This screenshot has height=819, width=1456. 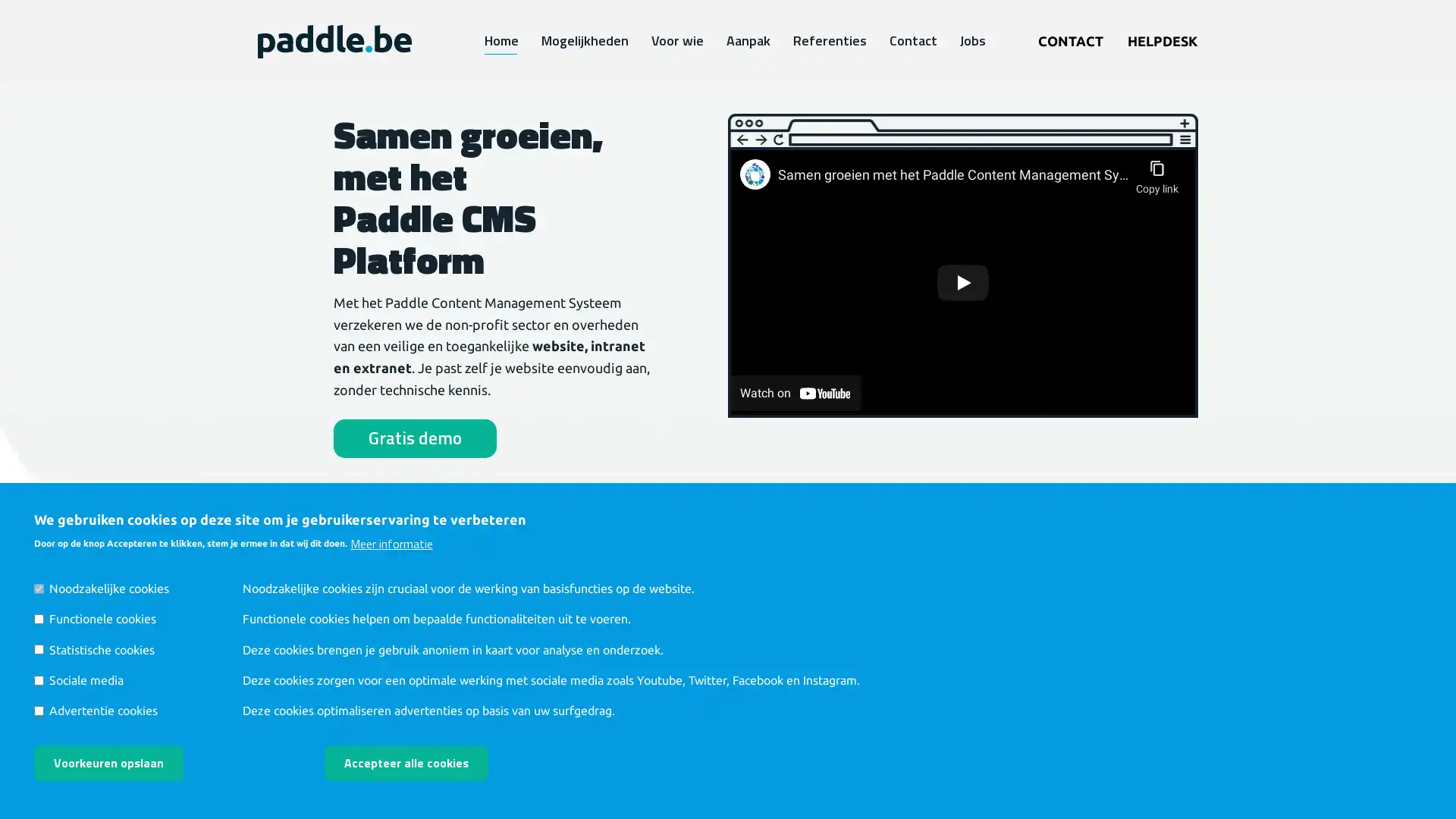 I want to click on Accepteer alle cookies, so click(x=406, y=763).